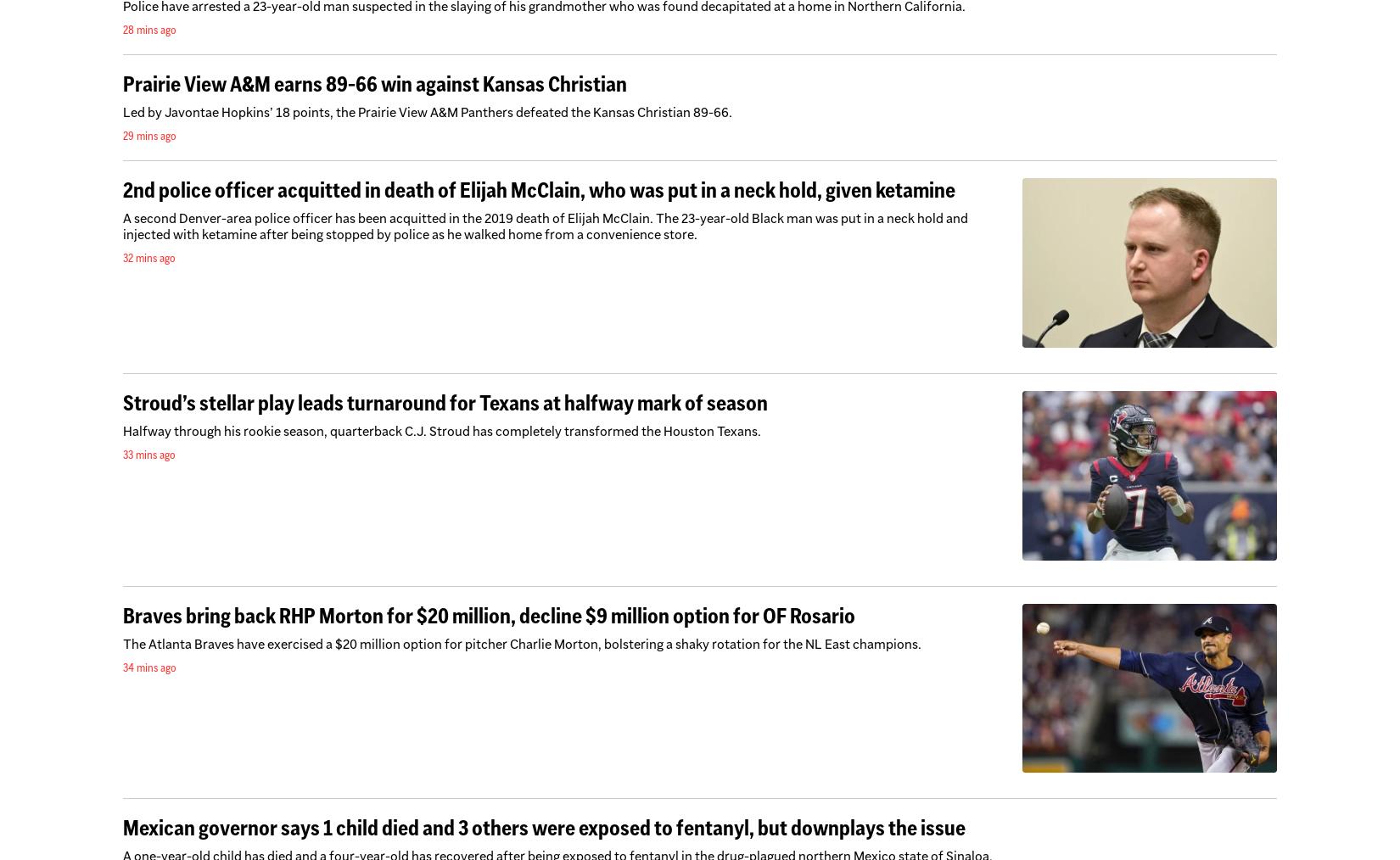 The image size is (1400, 860). What do you see at coordinates (538, 188) in the screenshot?
I see `'2nd police officer acquitted in death of Elijah McClain, who was put in a neck hold, given ketamine'` at bounding box center [538, 188].